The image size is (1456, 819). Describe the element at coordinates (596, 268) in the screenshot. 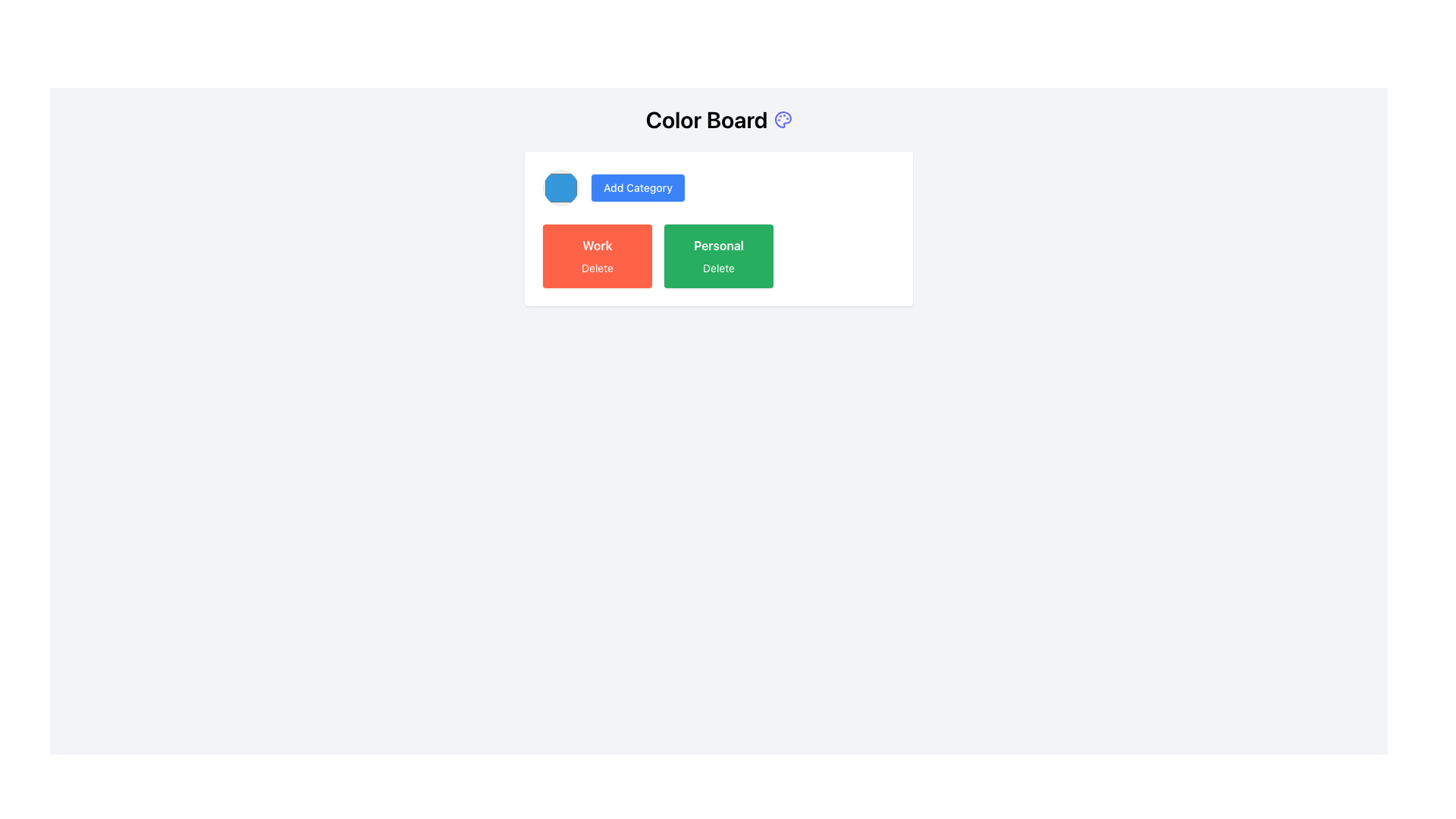

I see `the 'Delete' button` at that location.